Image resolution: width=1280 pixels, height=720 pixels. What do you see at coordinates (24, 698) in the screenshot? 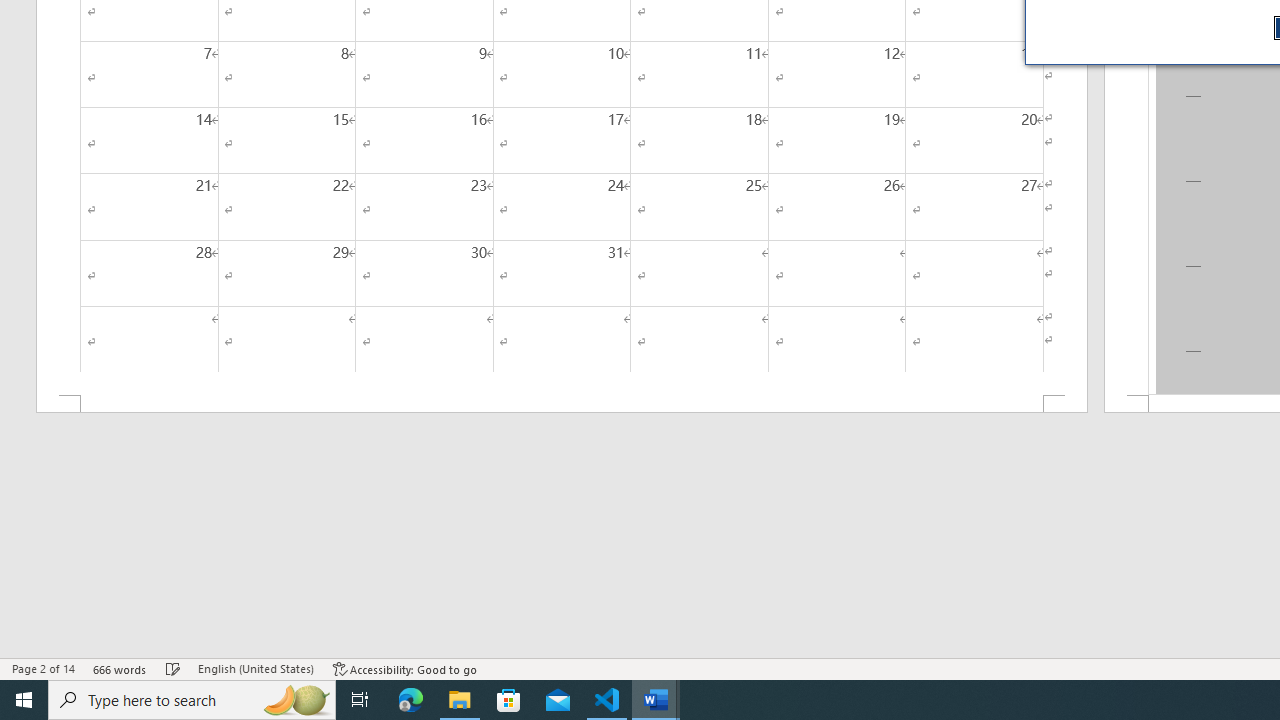
I see `'Start'` at bounding box center [24, 698].